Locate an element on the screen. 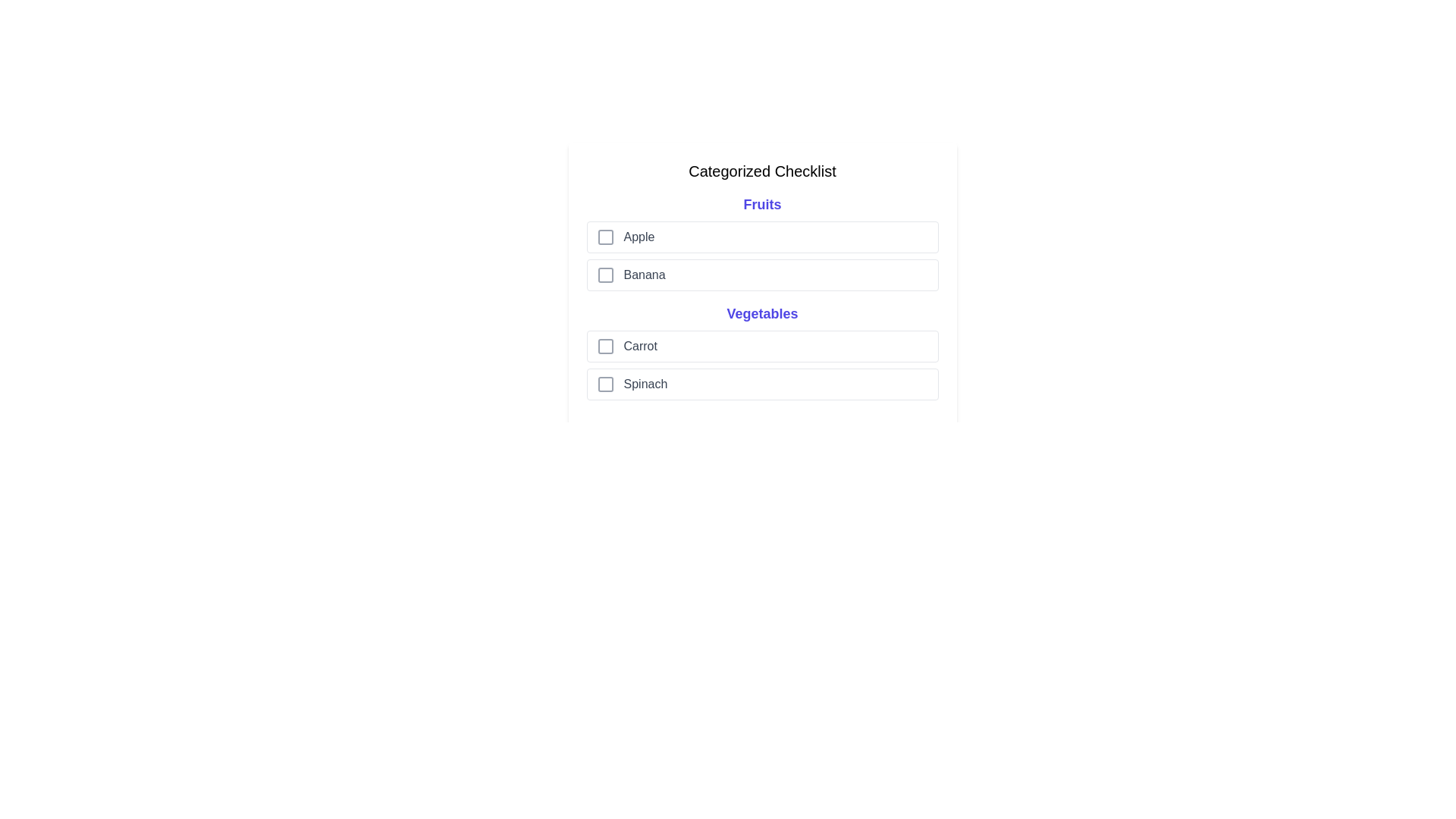 The width and height of the screenshot is (1456, 819). the 'Vegetables' header text label, which categorizes the items below it, starting with 'Carrot' is located at coordinates (762, 312).